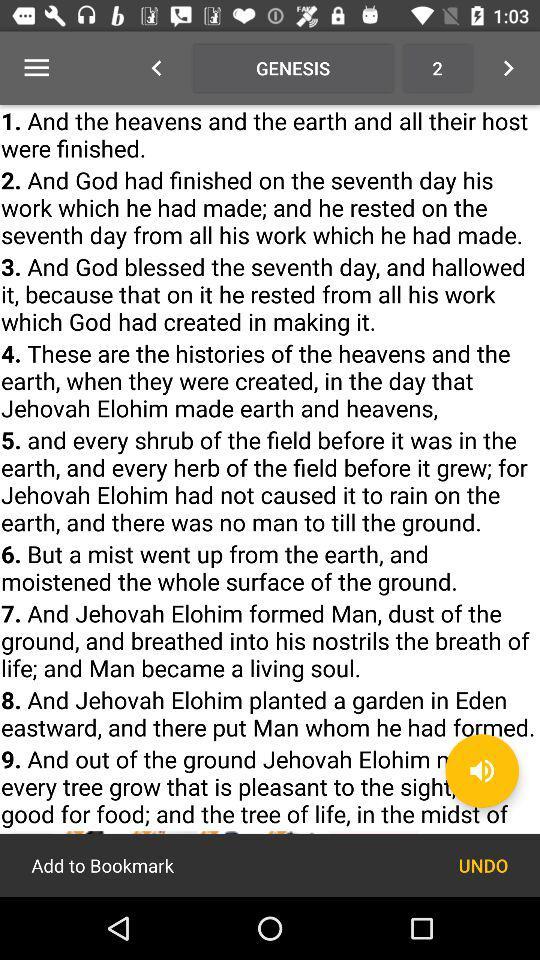  Describe the element at coordinates (481, 769) in the screenshot. I see `the volume icon` at that location.